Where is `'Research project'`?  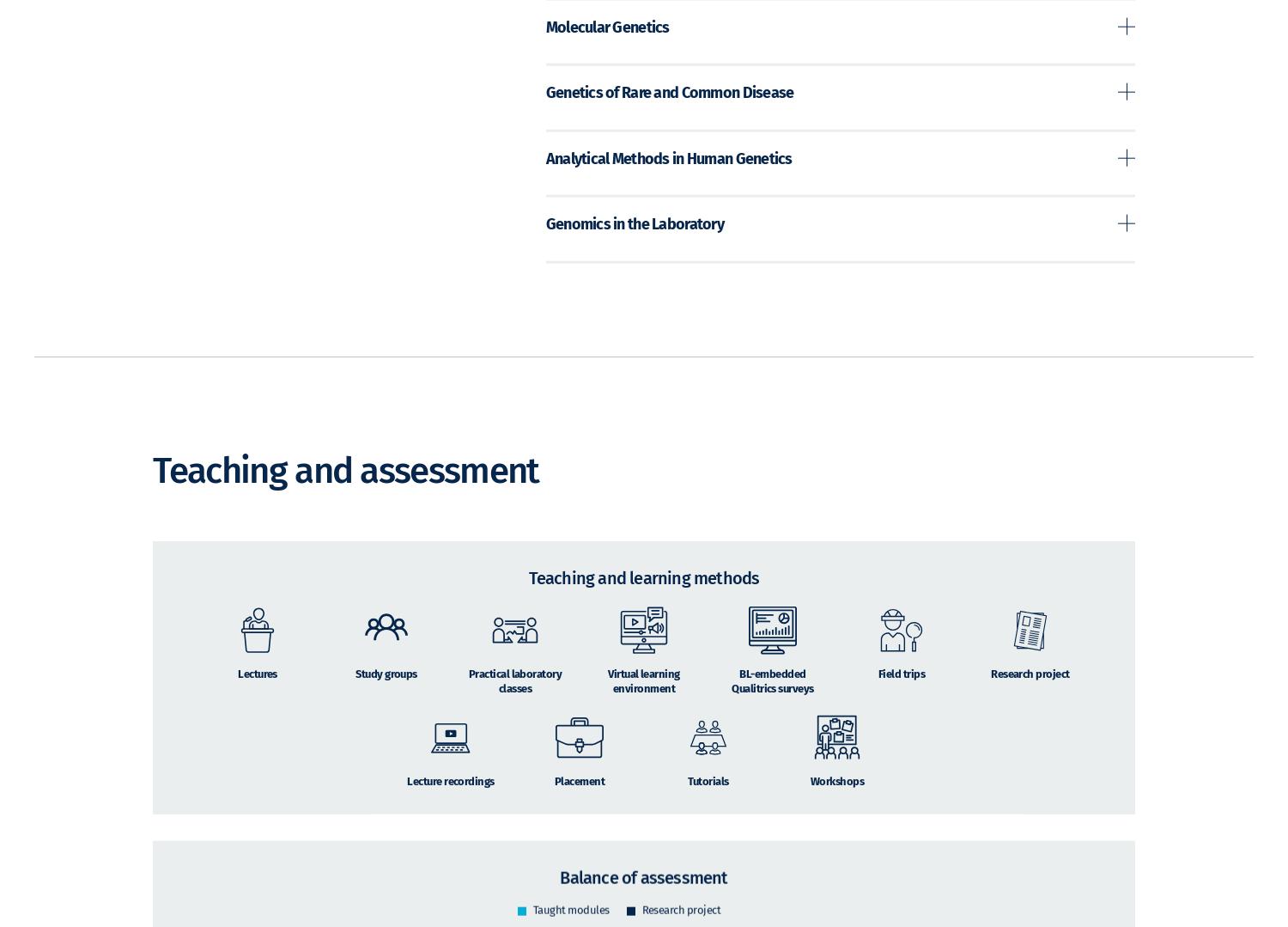
'Research project' is located at coordinates (990, 698).